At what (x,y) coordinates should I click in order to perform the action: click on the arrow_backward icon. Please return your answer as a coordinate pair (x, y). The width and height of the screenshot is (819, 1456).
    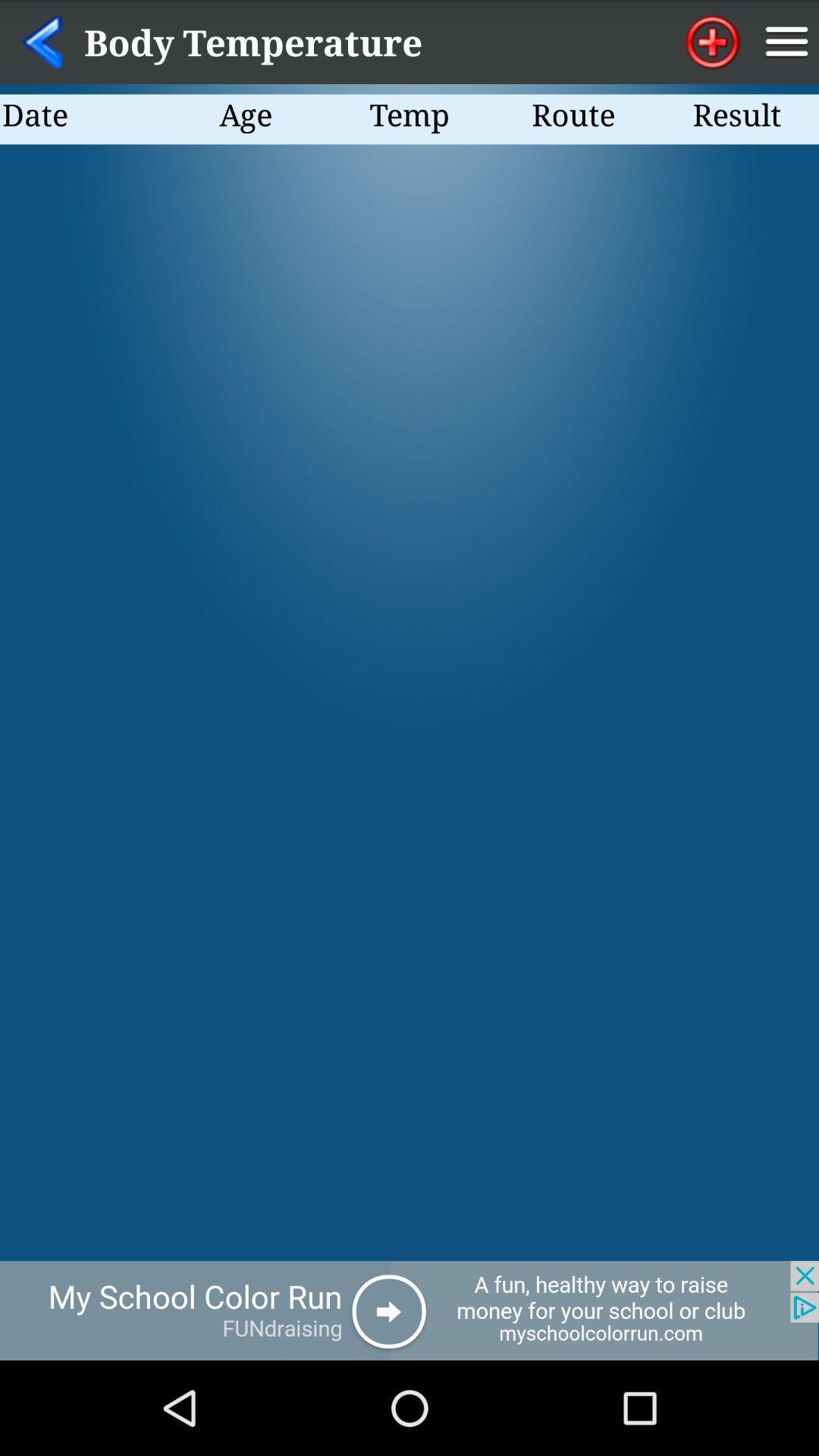
    Looking at the image, I should click on (41, 45).